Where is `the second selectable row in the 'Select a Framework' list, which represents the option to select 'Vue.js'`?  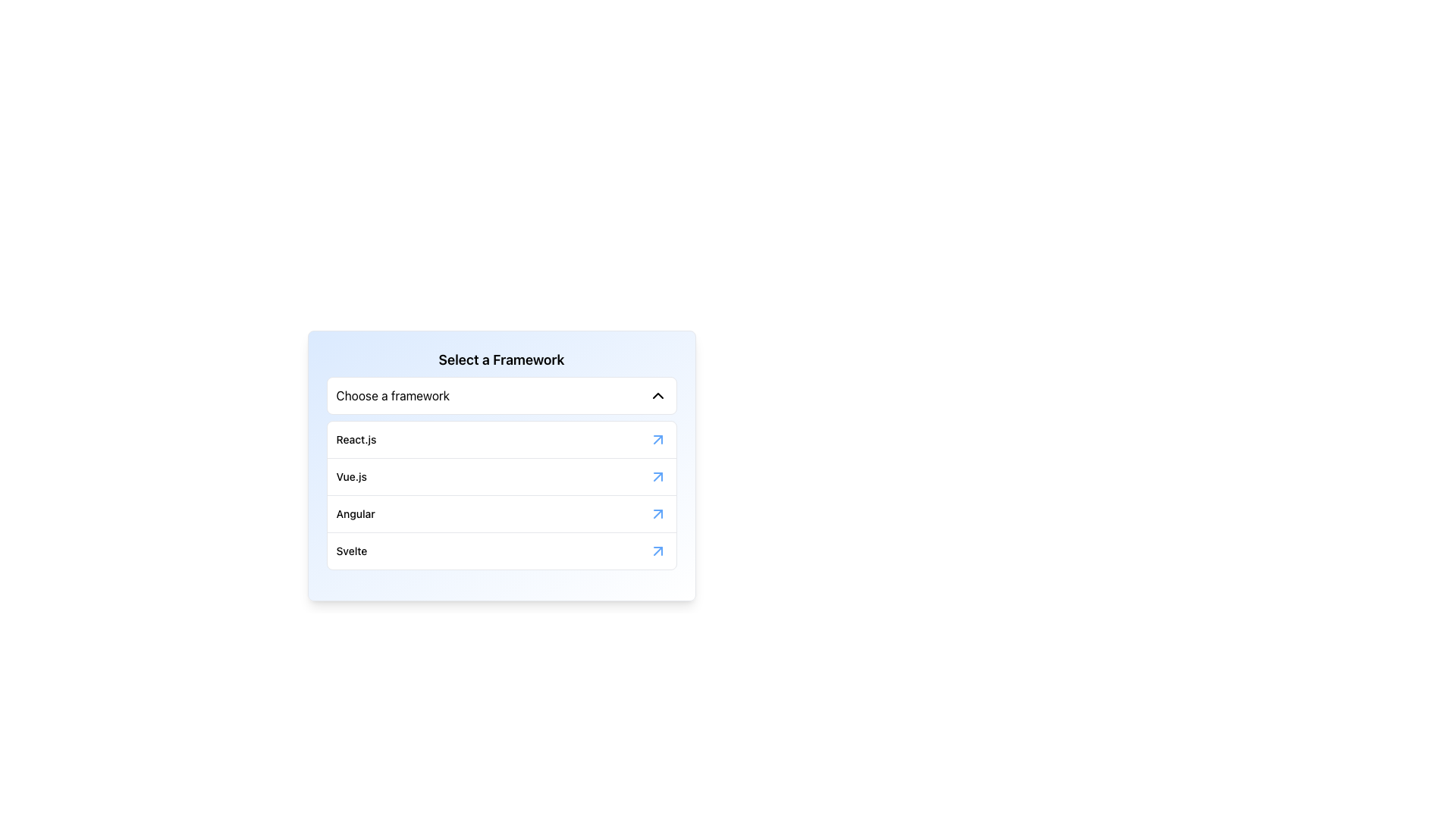
the second selectable row in the 'Select a Framework' list, which represents the option to select 'Vue.js' is located at coordinates (501, 475).